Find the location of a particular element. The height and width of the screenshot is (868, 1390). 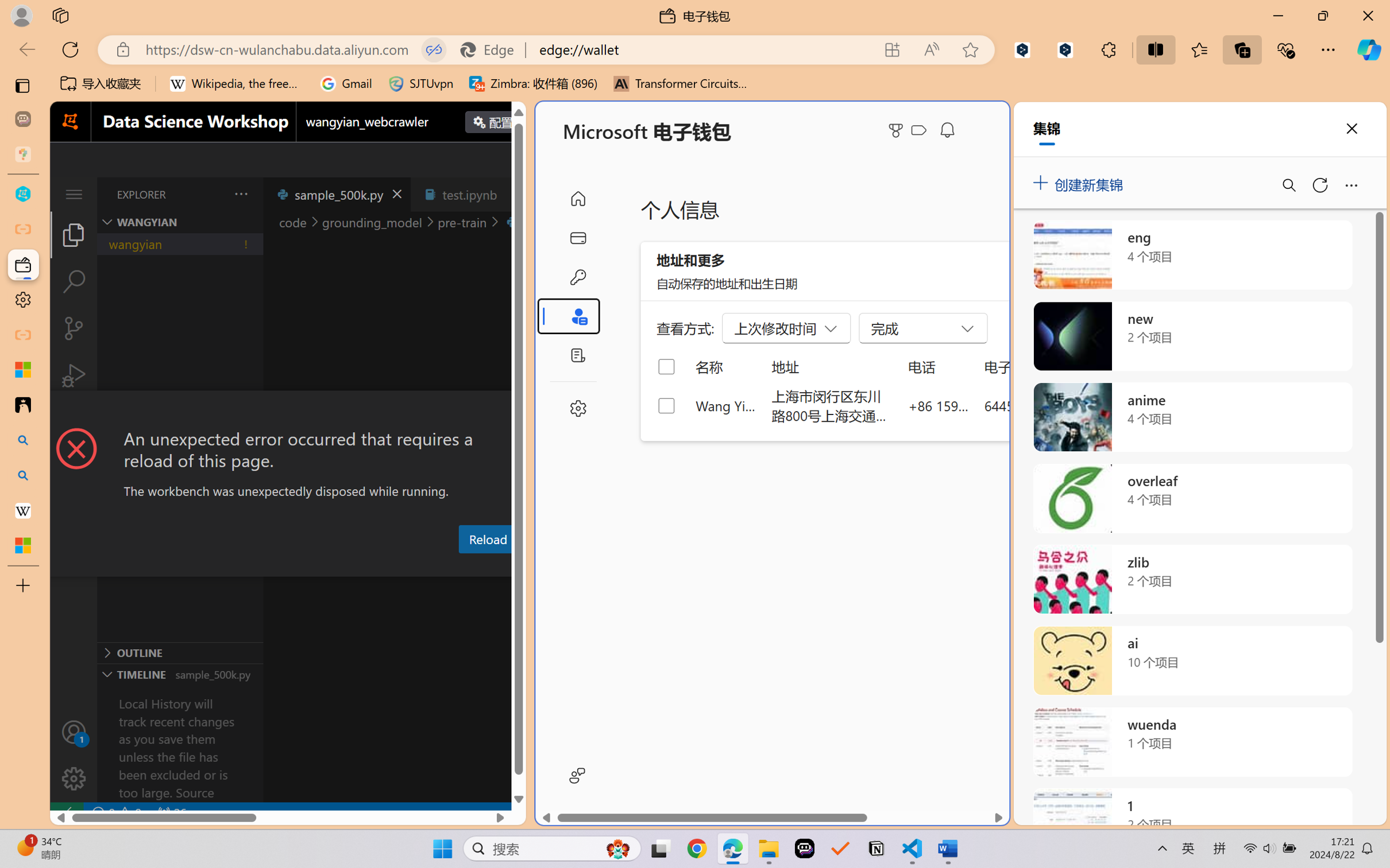

'Reload' is located at coordinates (486, 538).